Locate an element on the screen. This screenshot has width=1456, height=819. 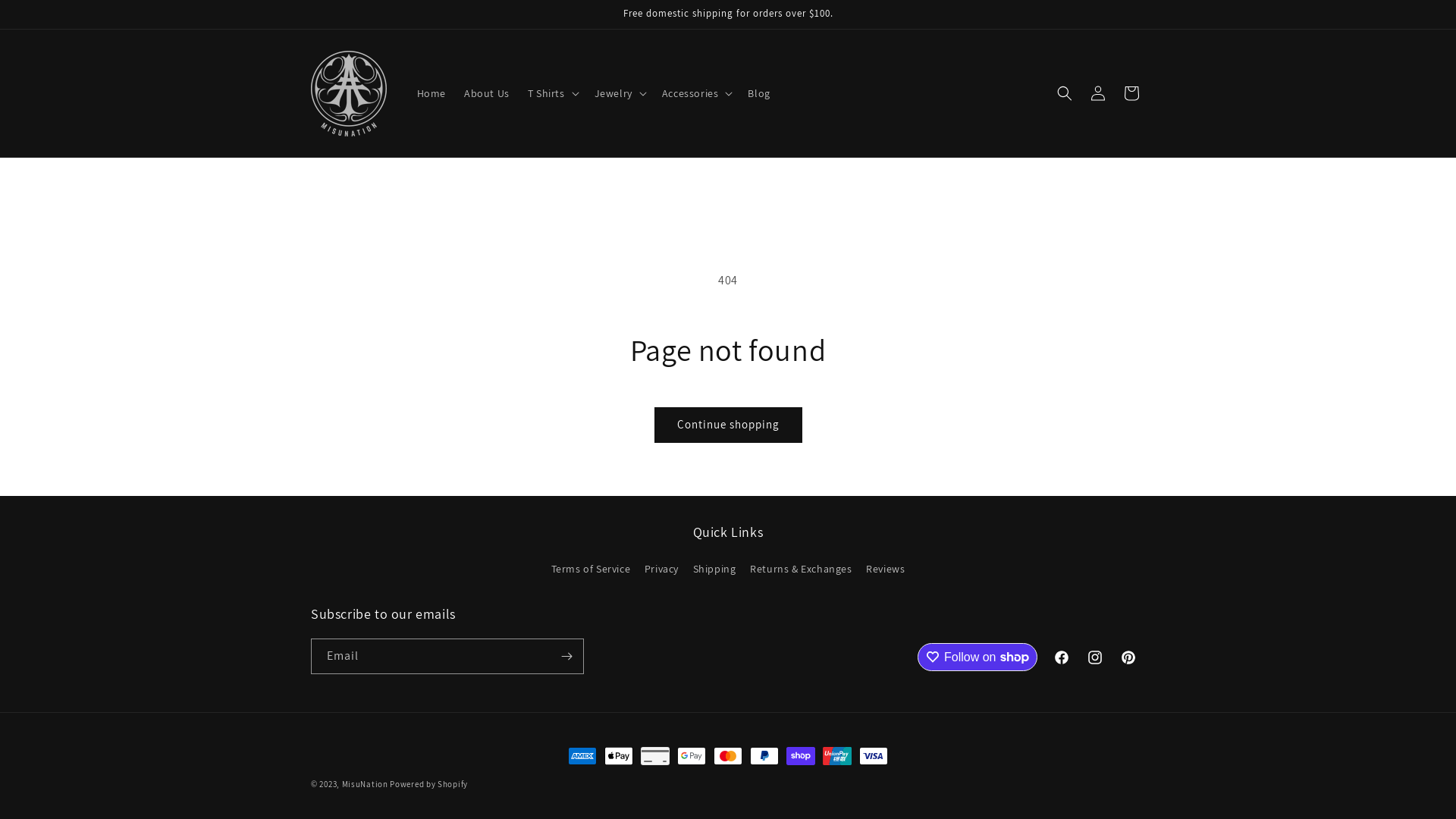
'Log in' is located at coordinates (1098, 93).